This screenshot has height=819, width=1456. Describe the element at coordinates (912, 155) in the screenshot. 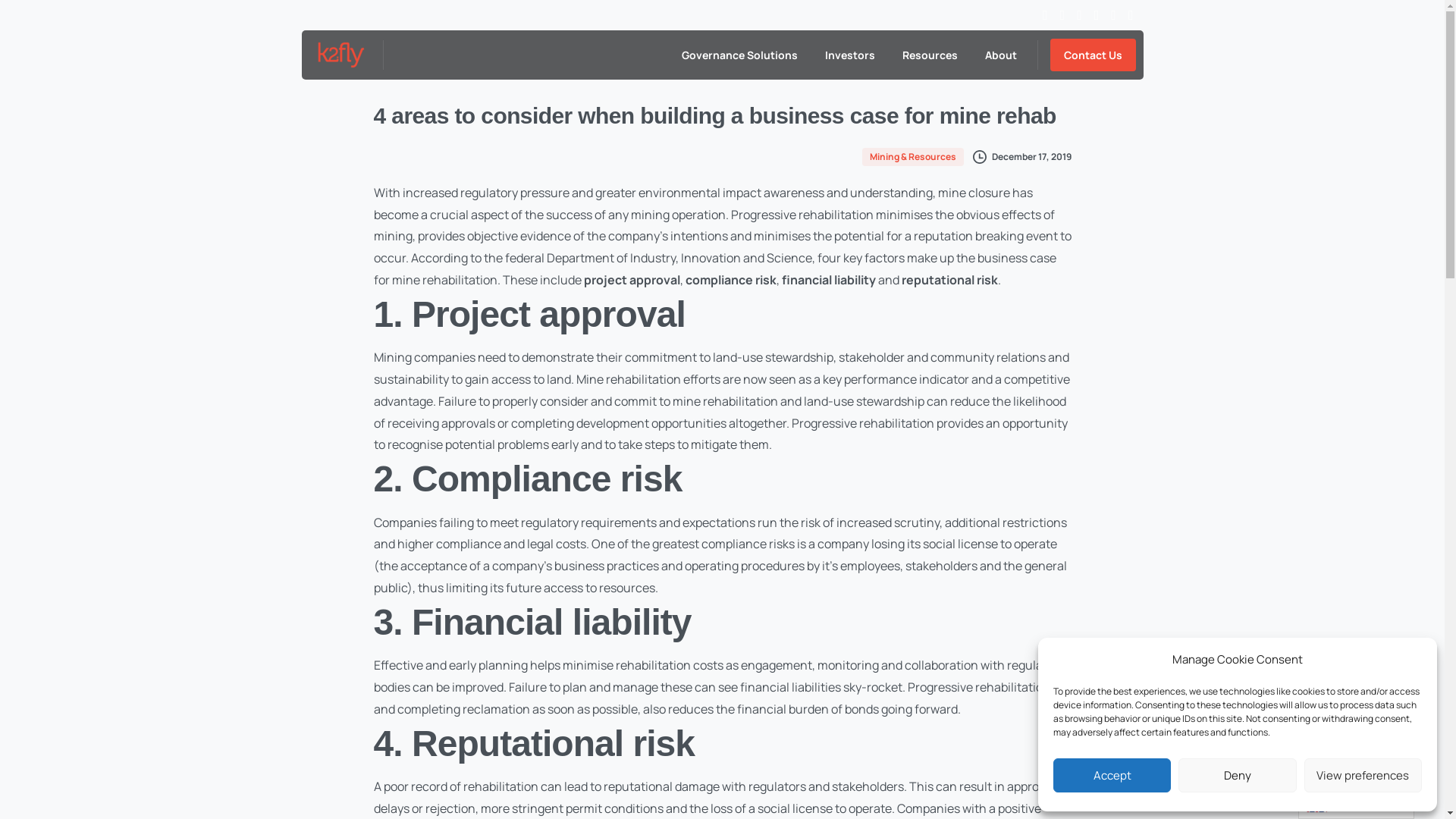

I see `'Mining & Resources'` at that location.